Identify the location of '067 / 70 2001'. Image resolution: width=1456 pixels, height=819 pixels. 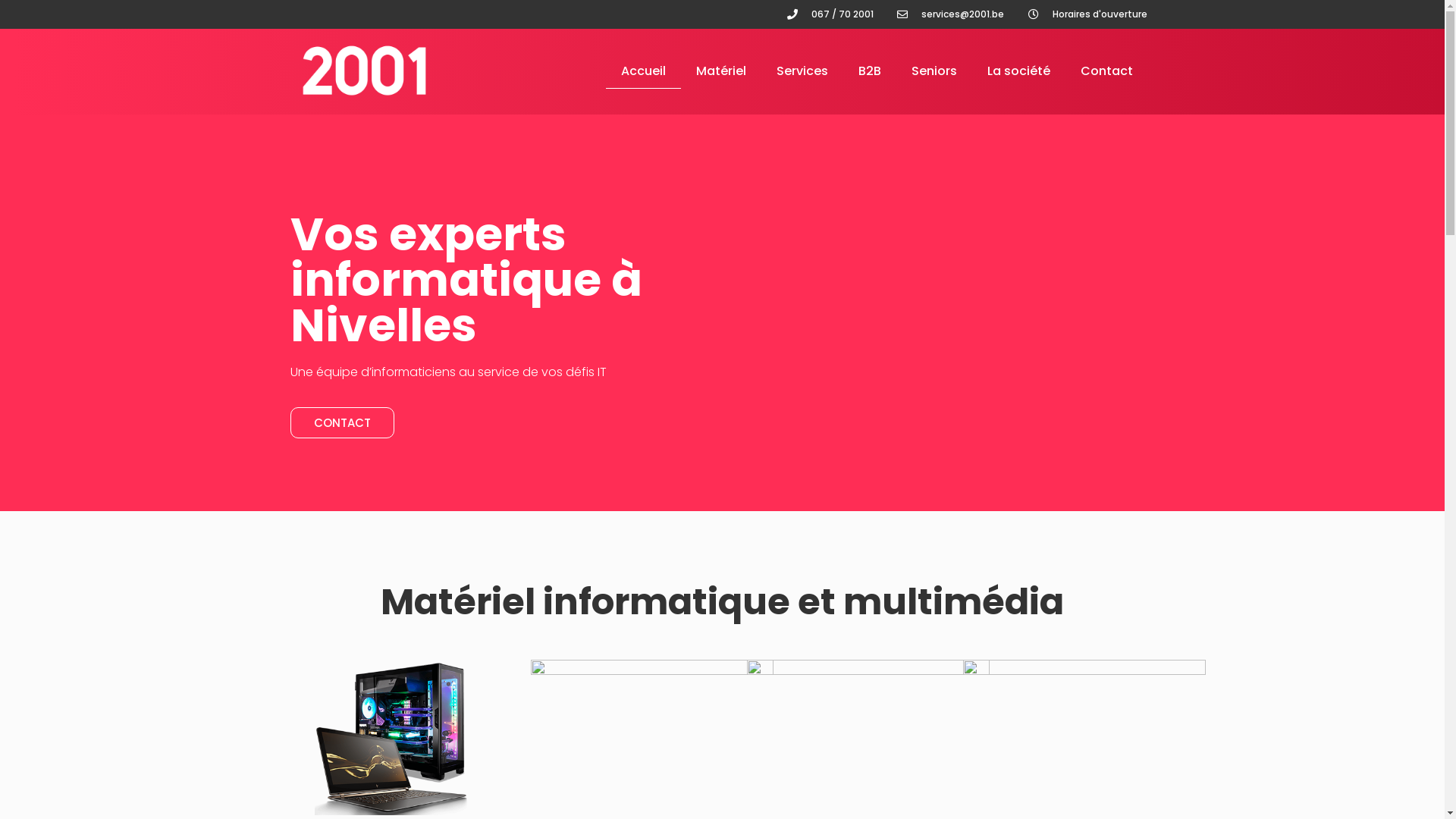
(828, 14).